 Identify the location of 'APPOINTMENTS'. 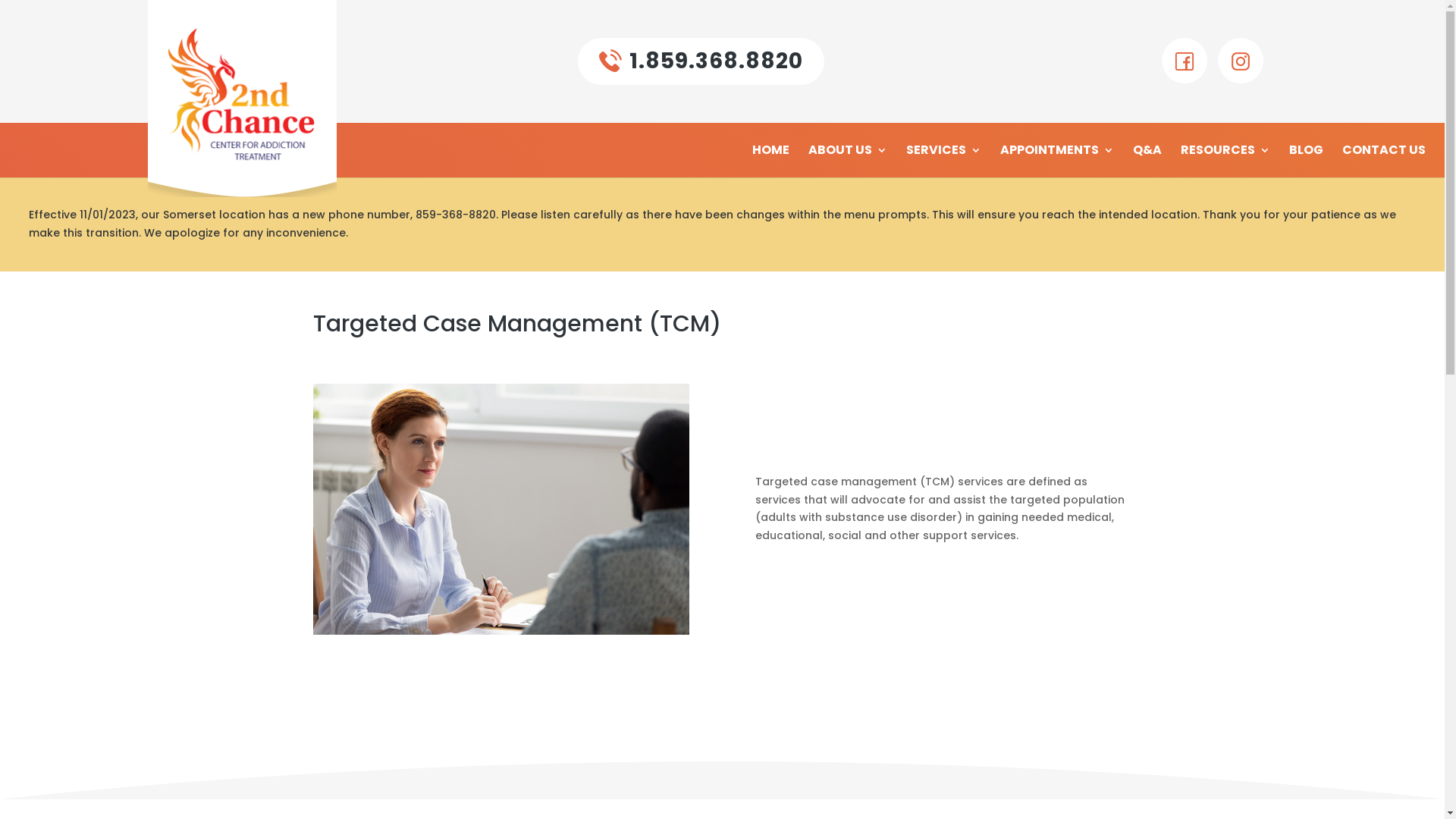
(1000, 161).